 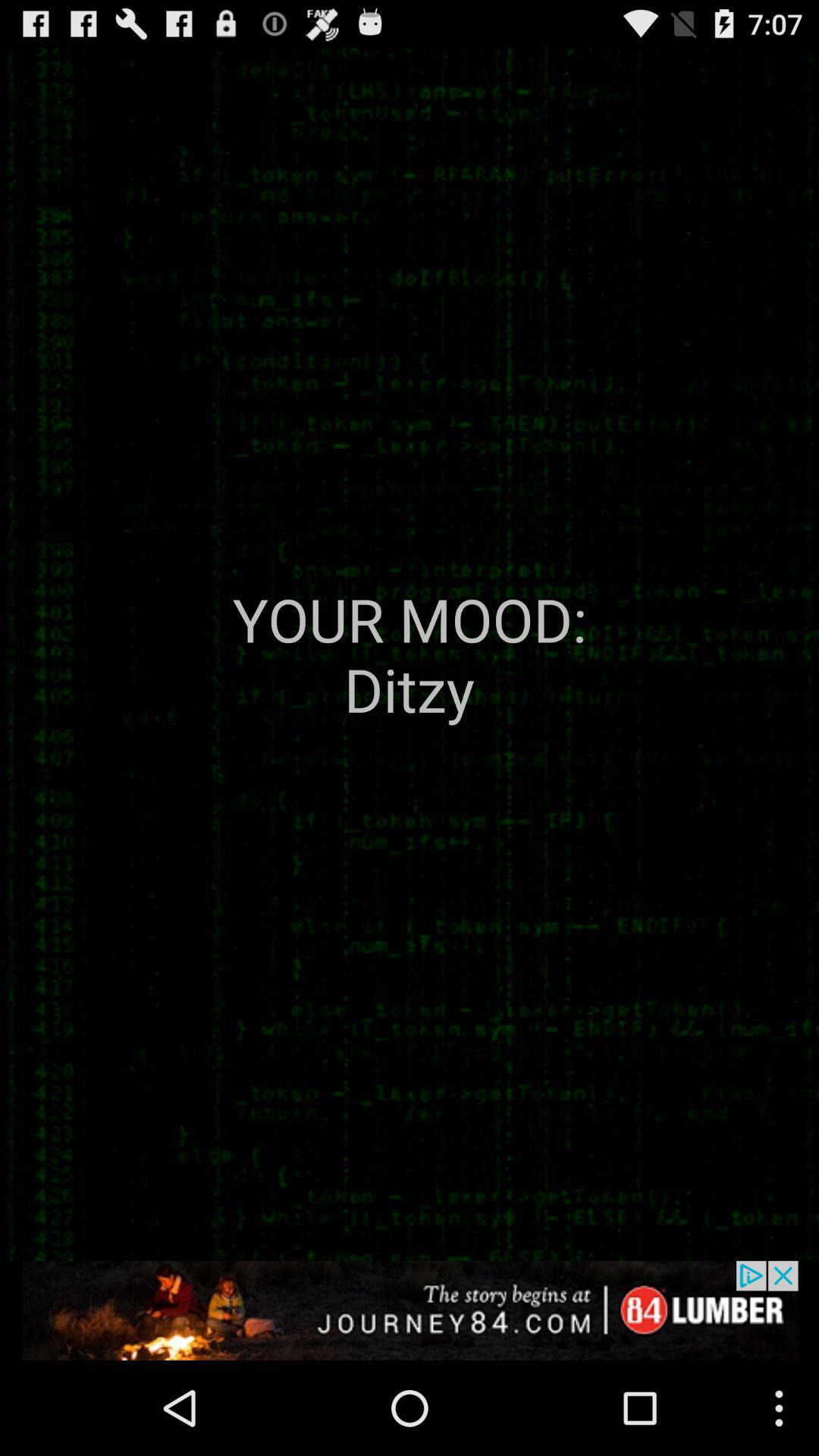 What do you see at coordinates (409, 1310) in the screenshot?
I see `virtual mood ring` at bounding box center [409, 1310].